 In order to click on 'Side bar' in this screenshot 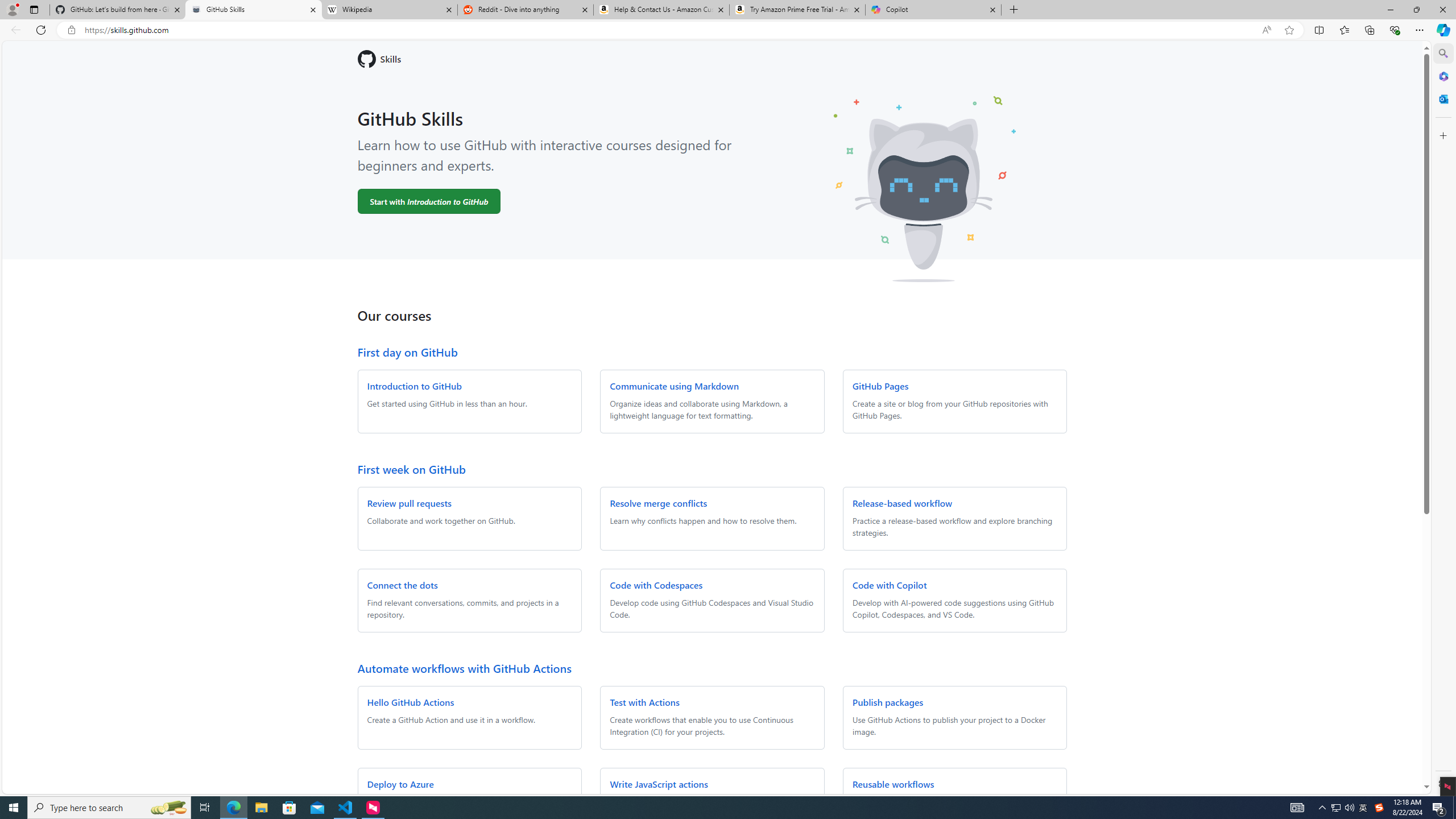, I will do `click(1443, 418)`.